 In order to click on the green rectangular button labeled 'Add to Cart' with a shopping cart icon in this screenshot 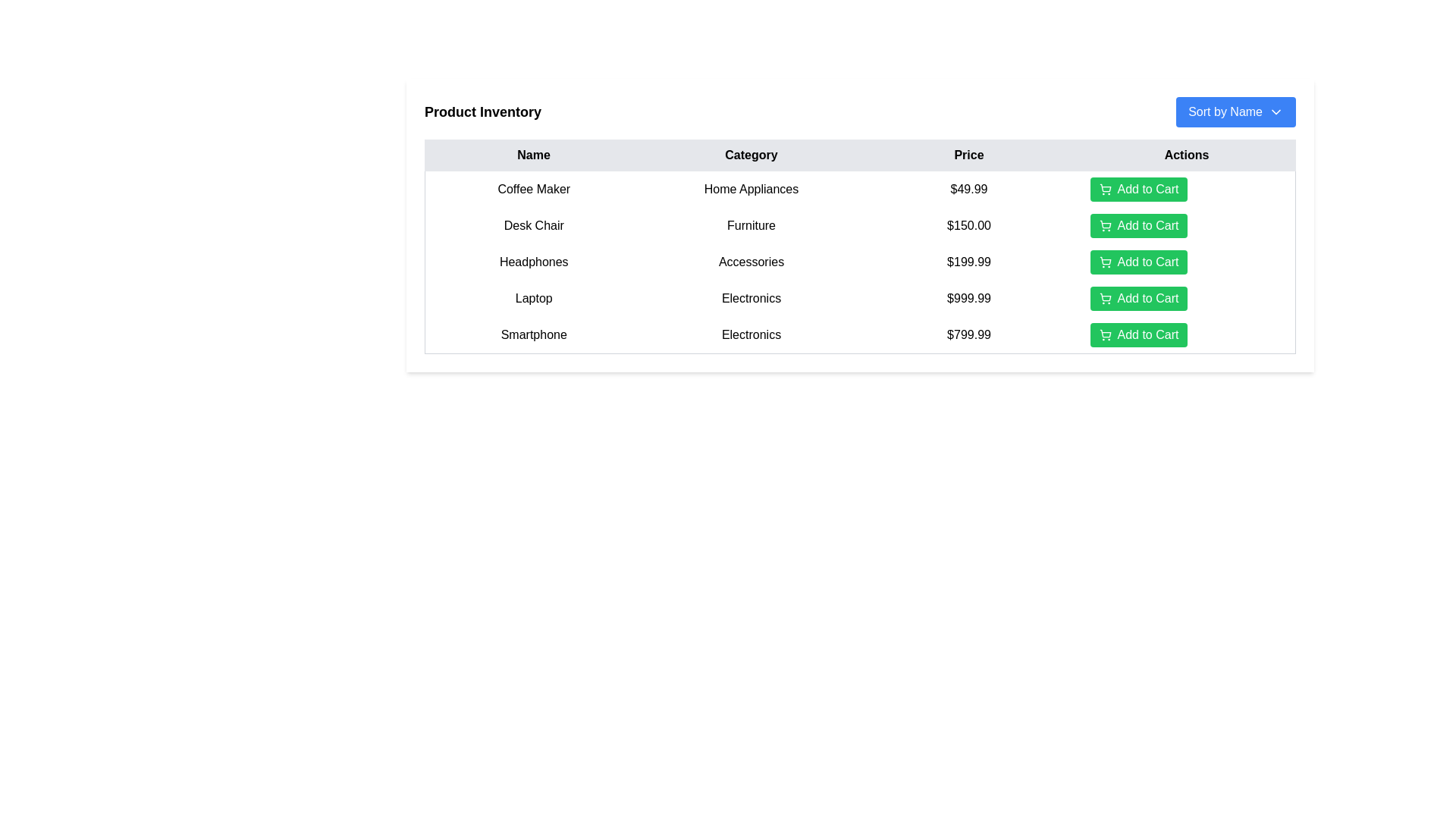, I will do `click(1185, 262)`.